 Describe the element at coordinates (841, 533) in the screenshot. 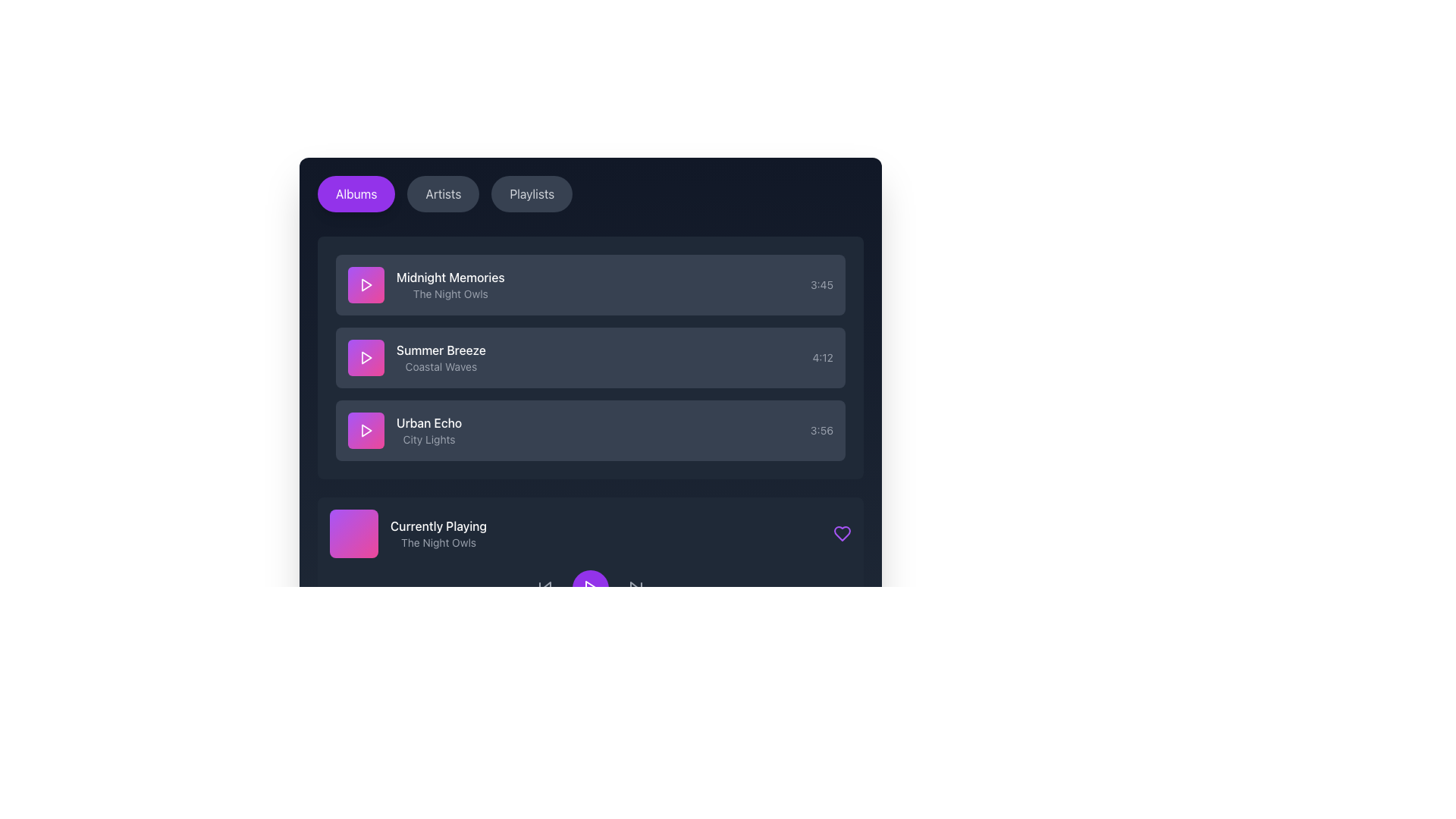

I see `the heart-shaped icon with a purple outline located to the right of 'The Night Owls' text` at that location.